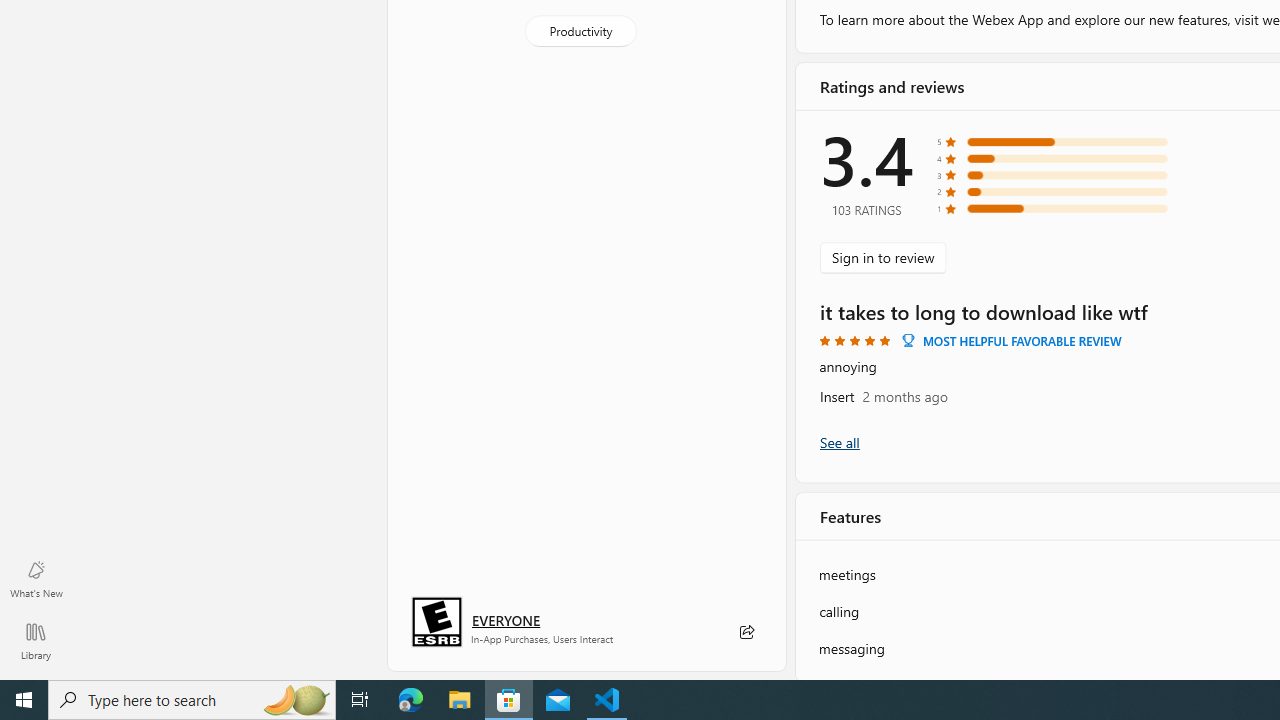 This screenshot has width=1280, height=720. I want to click on 'What', so click(35, 578).